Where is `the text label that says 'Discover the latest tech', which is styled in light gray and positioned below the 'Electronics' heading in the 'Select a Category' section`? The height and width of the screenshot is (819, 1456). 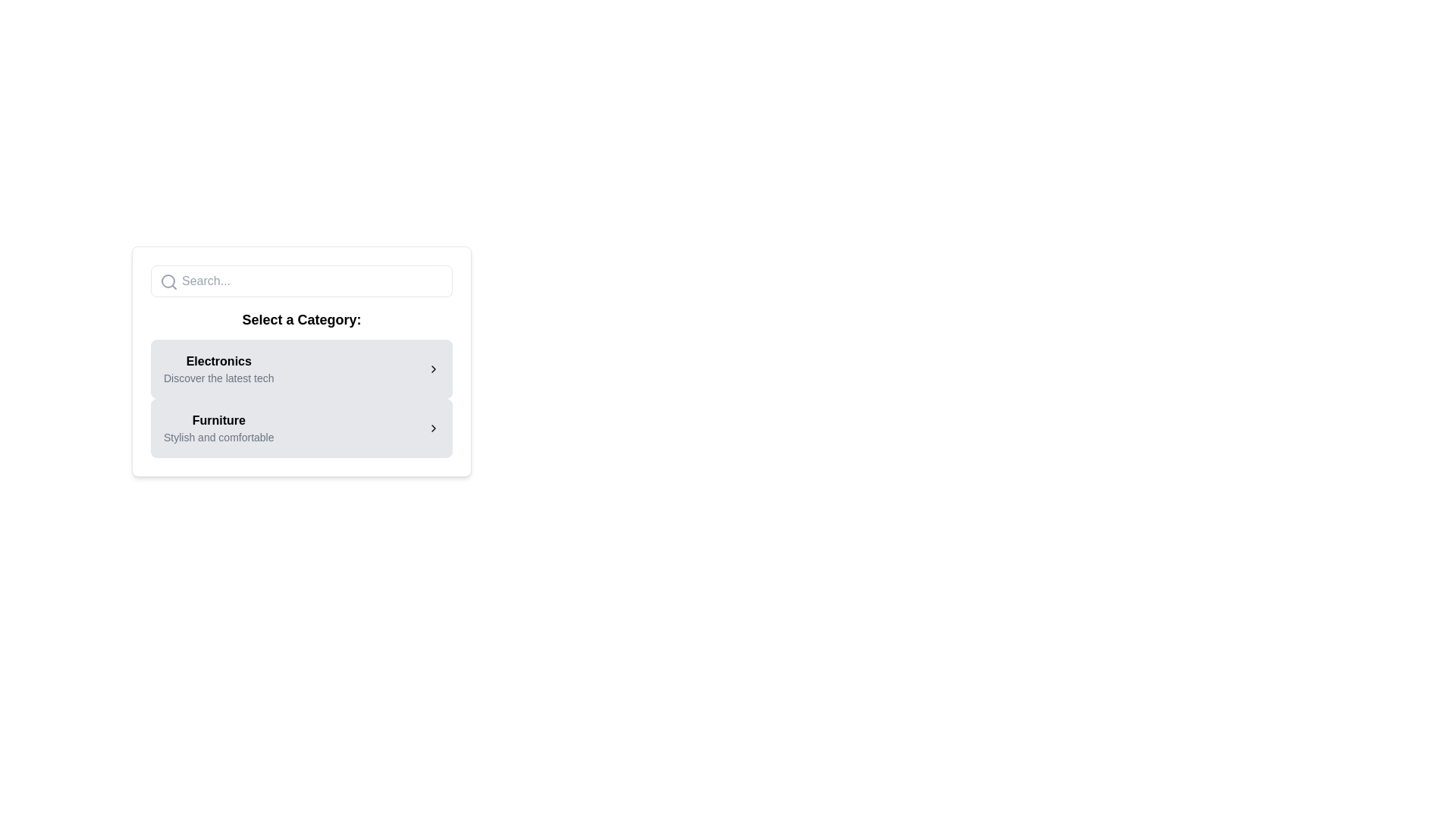
the text label that says 'Discover the latest tech', which is styled in light gray and positioned below the 'Electronics' heading in the 'Select a Category' section is located at coordinates (218, 377).